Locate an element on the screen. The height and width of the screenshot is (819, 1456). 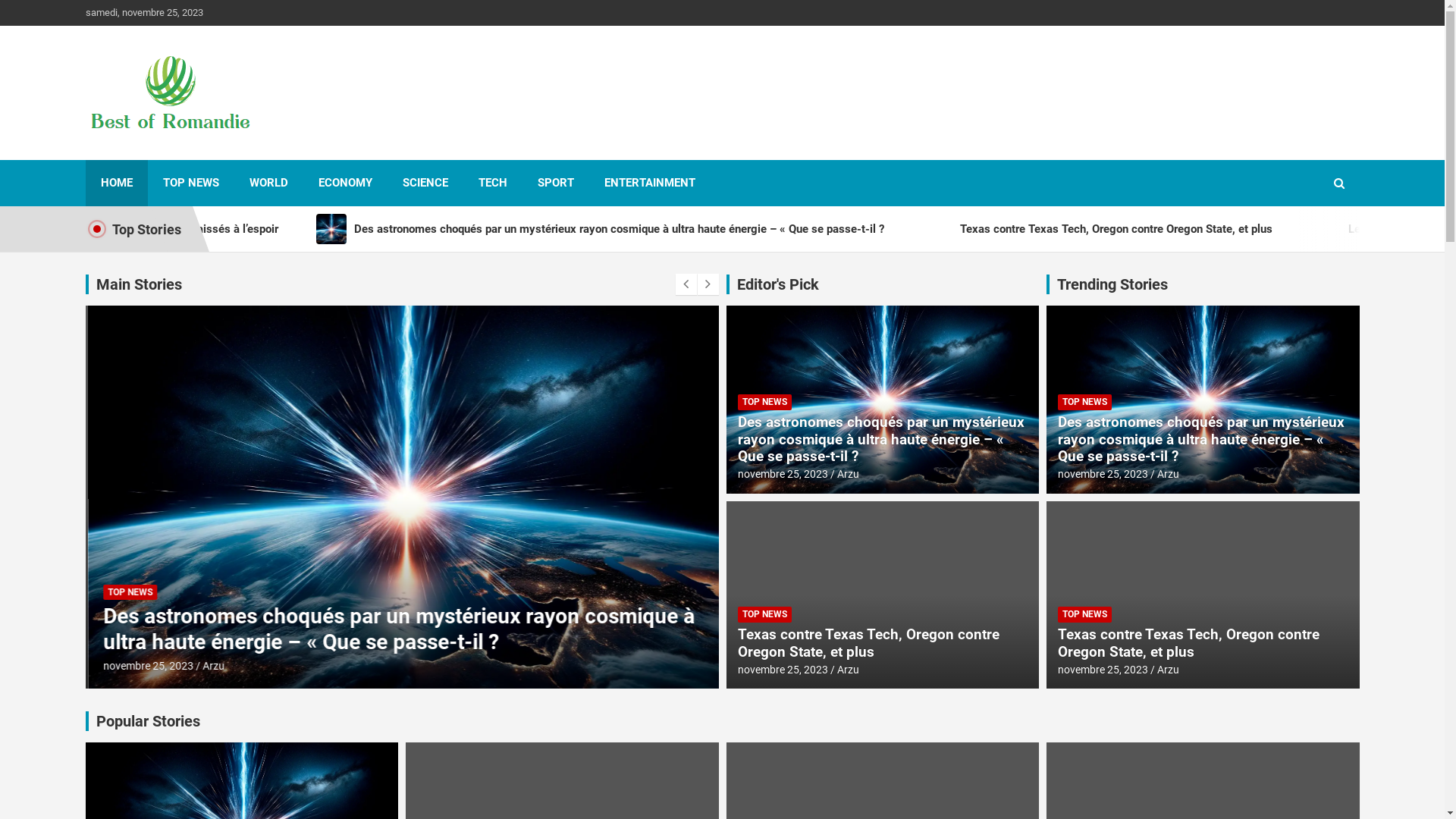
'Arzu' is located at coordinates (199, 665).